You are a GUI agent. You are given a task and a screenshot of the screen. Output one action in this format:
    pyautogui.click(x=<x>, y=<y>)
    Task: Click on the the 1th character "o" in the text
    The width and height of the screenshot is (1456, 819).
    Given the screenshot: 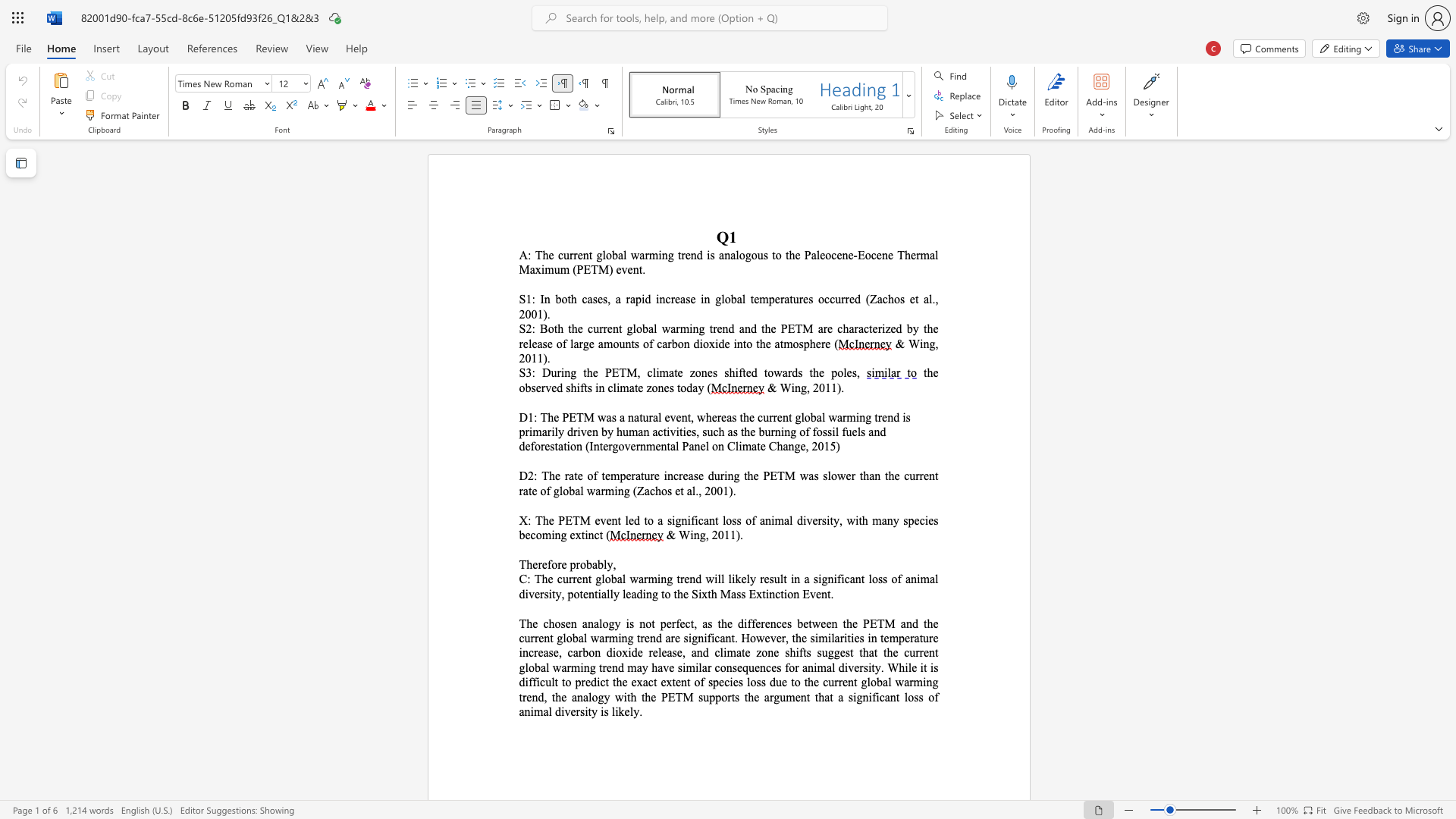 What is the action you would take?
    pyautogui.click(x=697, y=372)
    